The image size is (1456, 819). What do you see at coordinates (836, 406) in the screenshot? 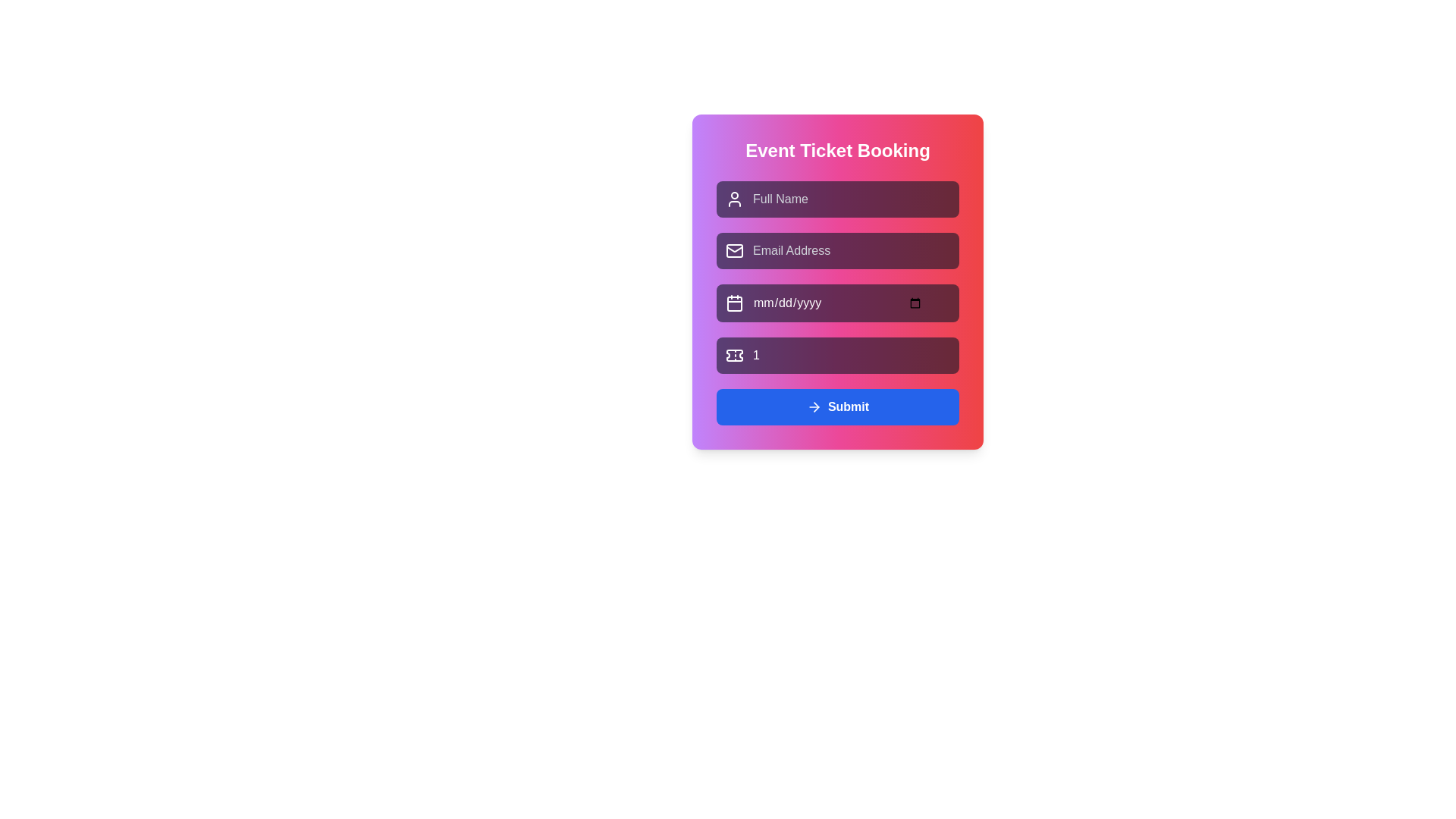
I see `the blue rectangular 'Submit' button with rounded corners located at the bottom of the form` at bounding box center [836, 406].